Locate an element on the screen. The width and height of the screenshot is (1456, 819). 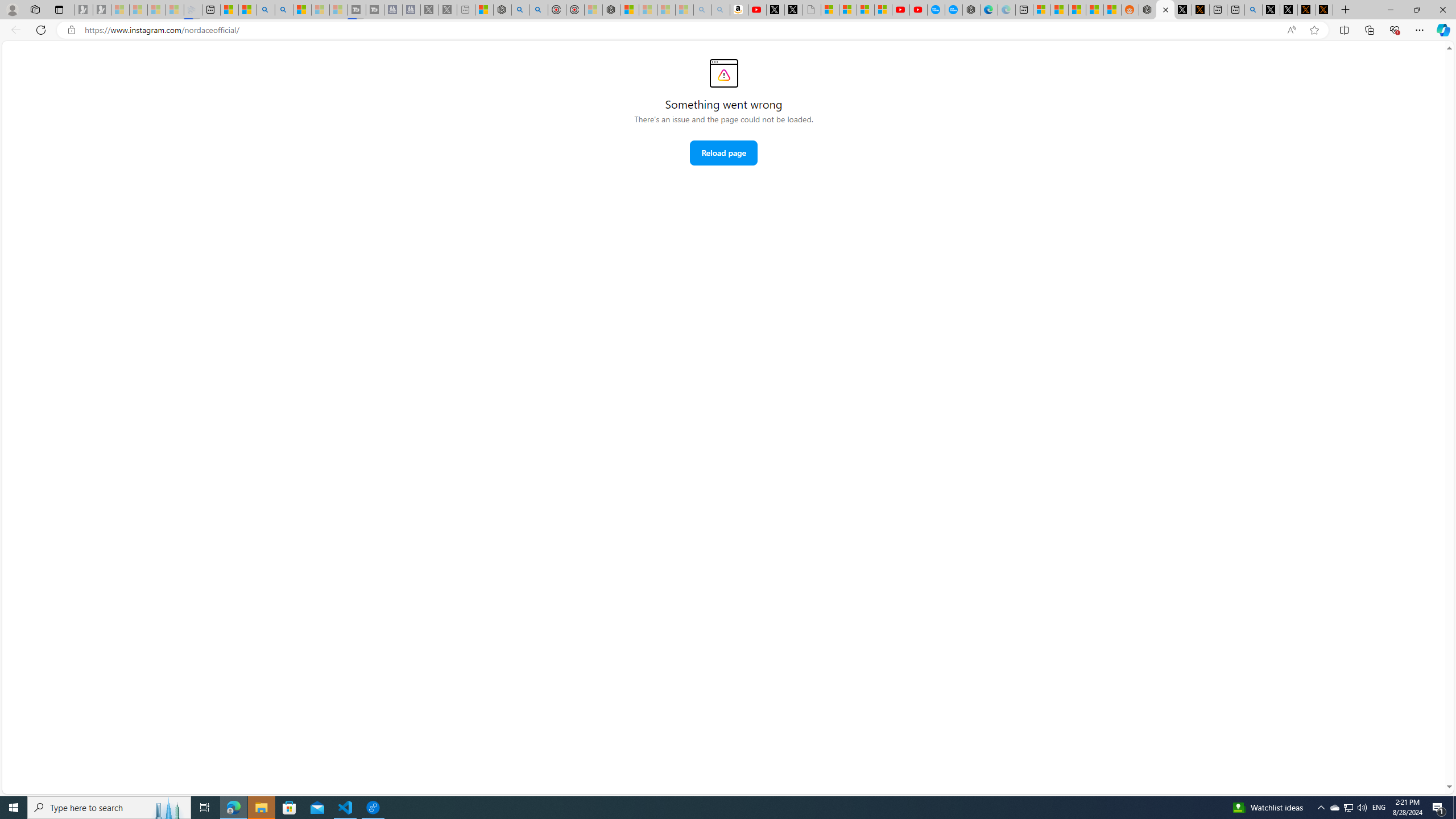
'Reload page' is located at coordinates (723, 152).